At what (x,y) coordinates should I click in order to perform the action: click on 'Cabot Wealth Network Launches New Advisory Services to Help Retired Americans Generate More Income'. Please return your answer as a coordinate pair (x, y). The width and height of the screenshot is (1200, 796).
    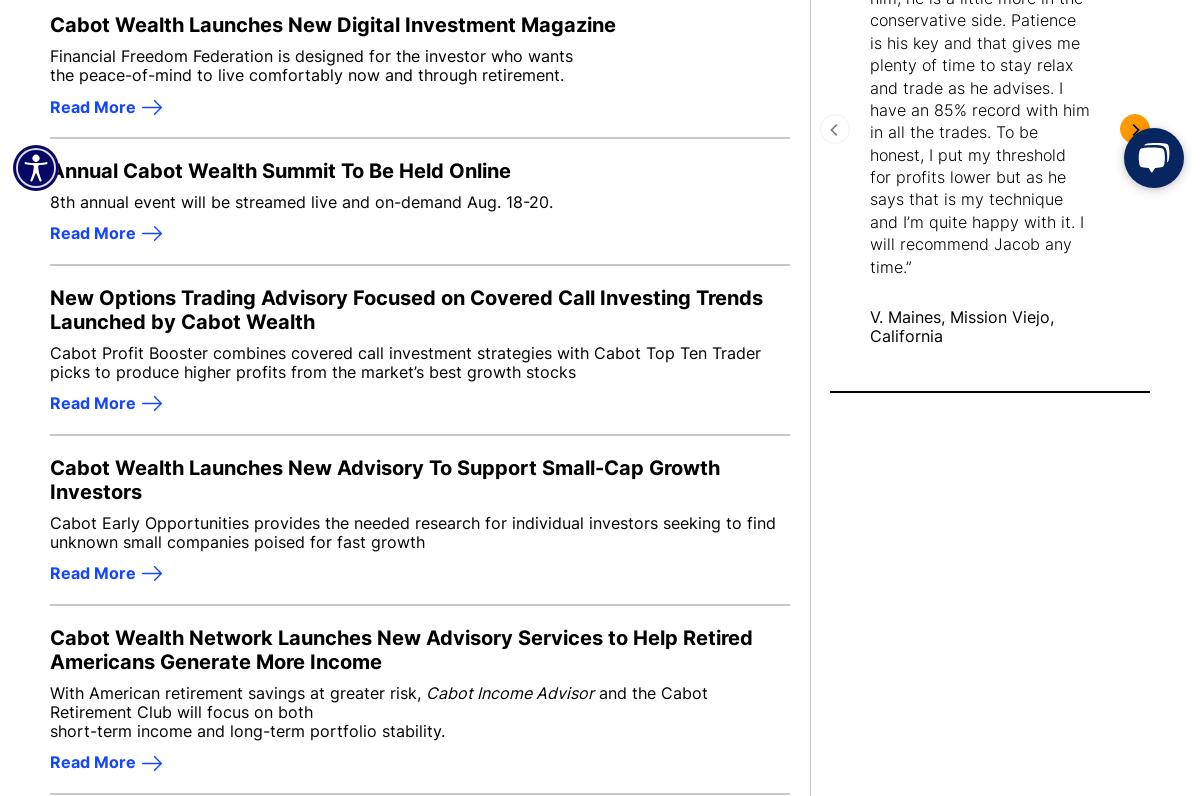
    Looking at the image, I should click on (401, 648).